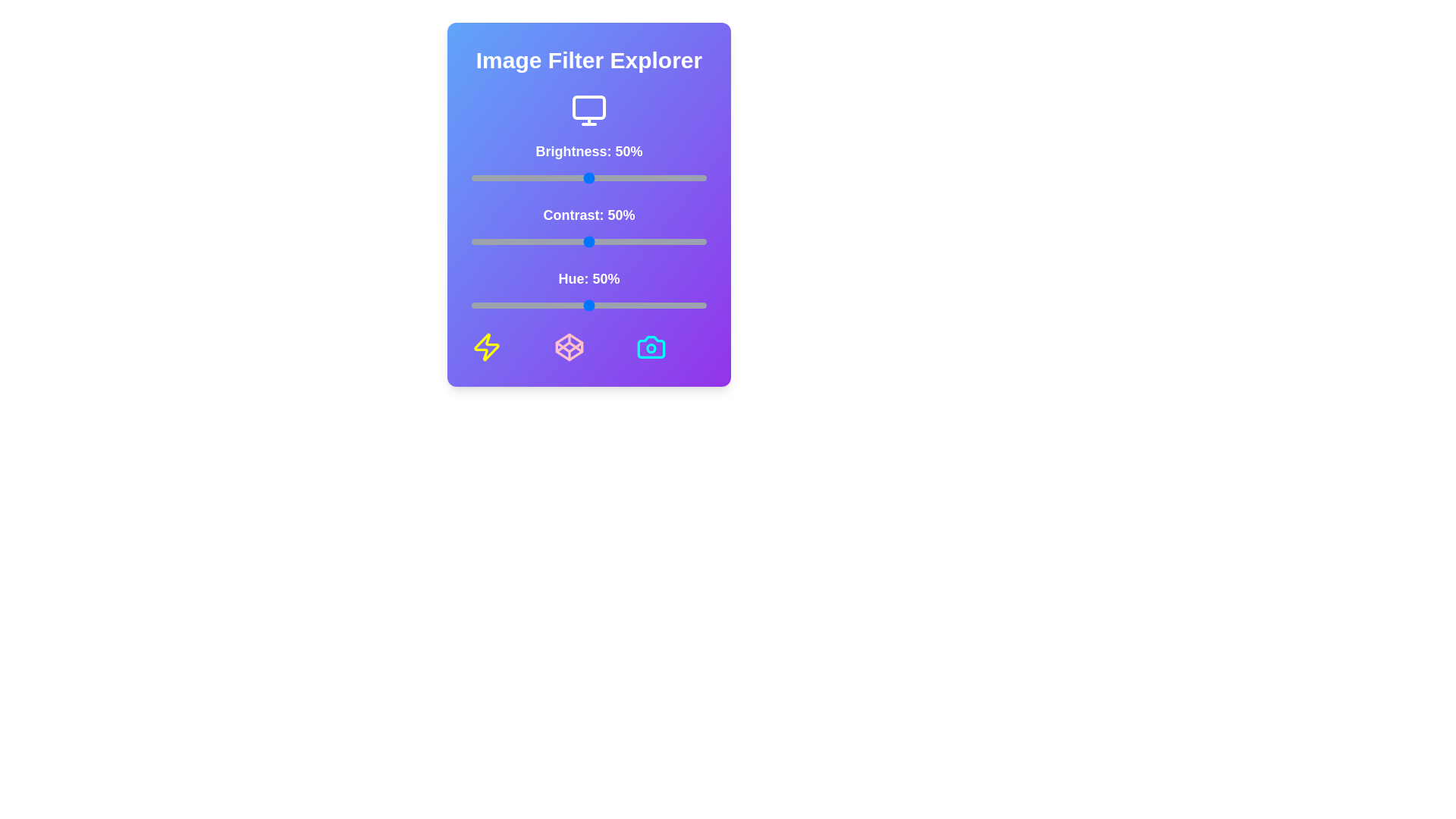  I want to click on the contrast slider to 46%, so click(579, 241).